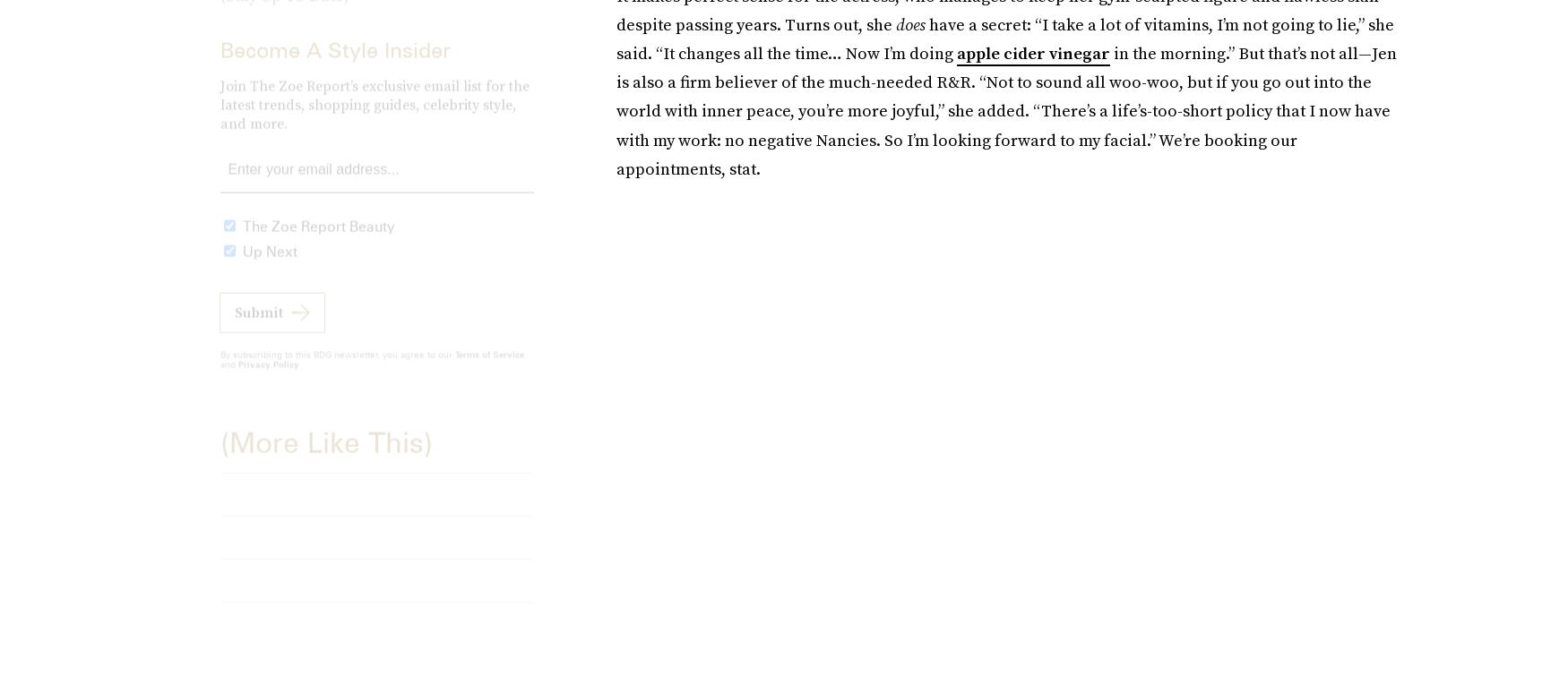  What do you see at coordinates (237, 377) in the screenshot?
I see `'Privacy Policy'` at bounding box center [237, 377].